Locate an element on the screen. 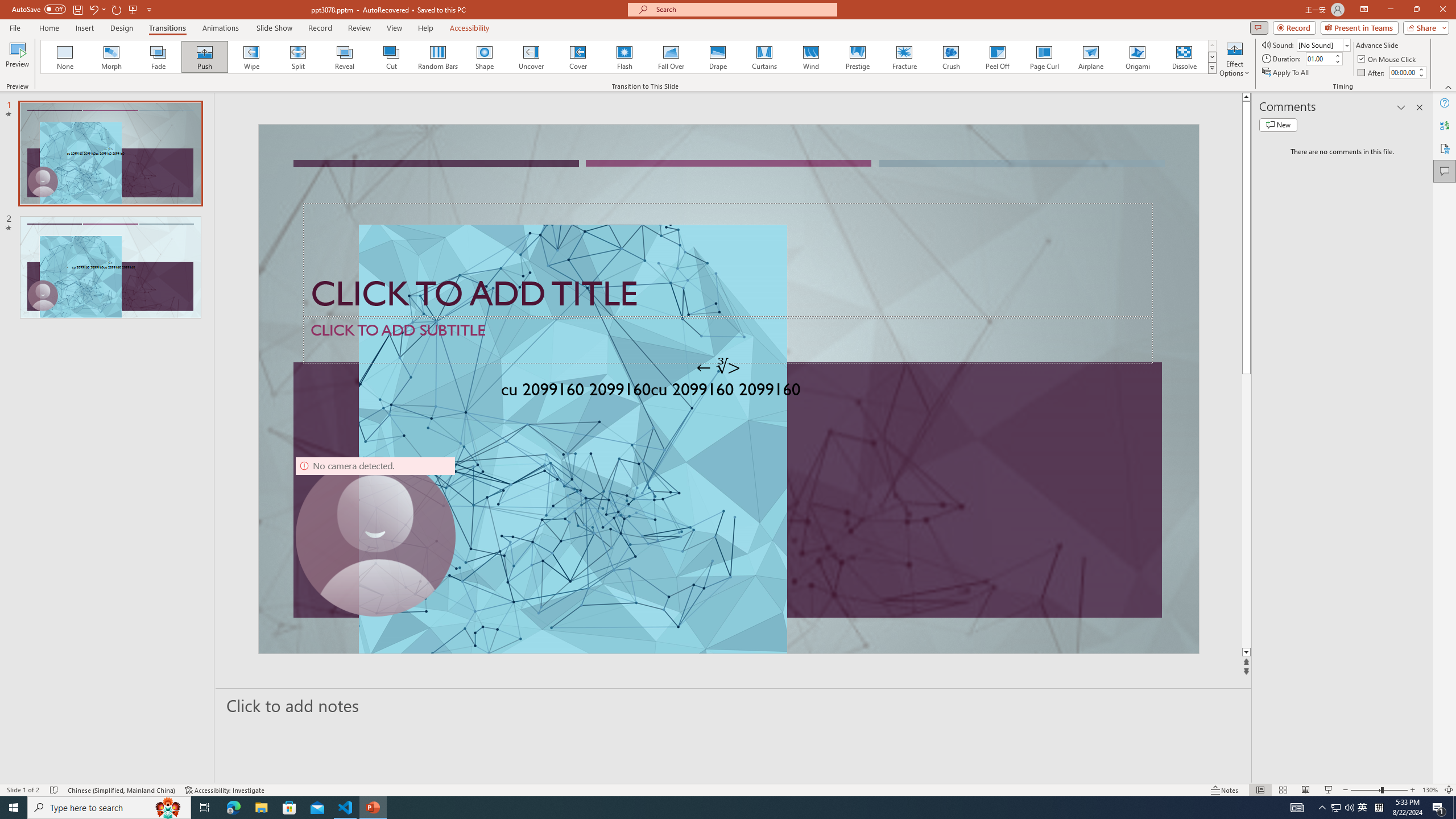 The width and height of the screenshot is (1456, 819). 'Review' is located at coordinates (359, 28).